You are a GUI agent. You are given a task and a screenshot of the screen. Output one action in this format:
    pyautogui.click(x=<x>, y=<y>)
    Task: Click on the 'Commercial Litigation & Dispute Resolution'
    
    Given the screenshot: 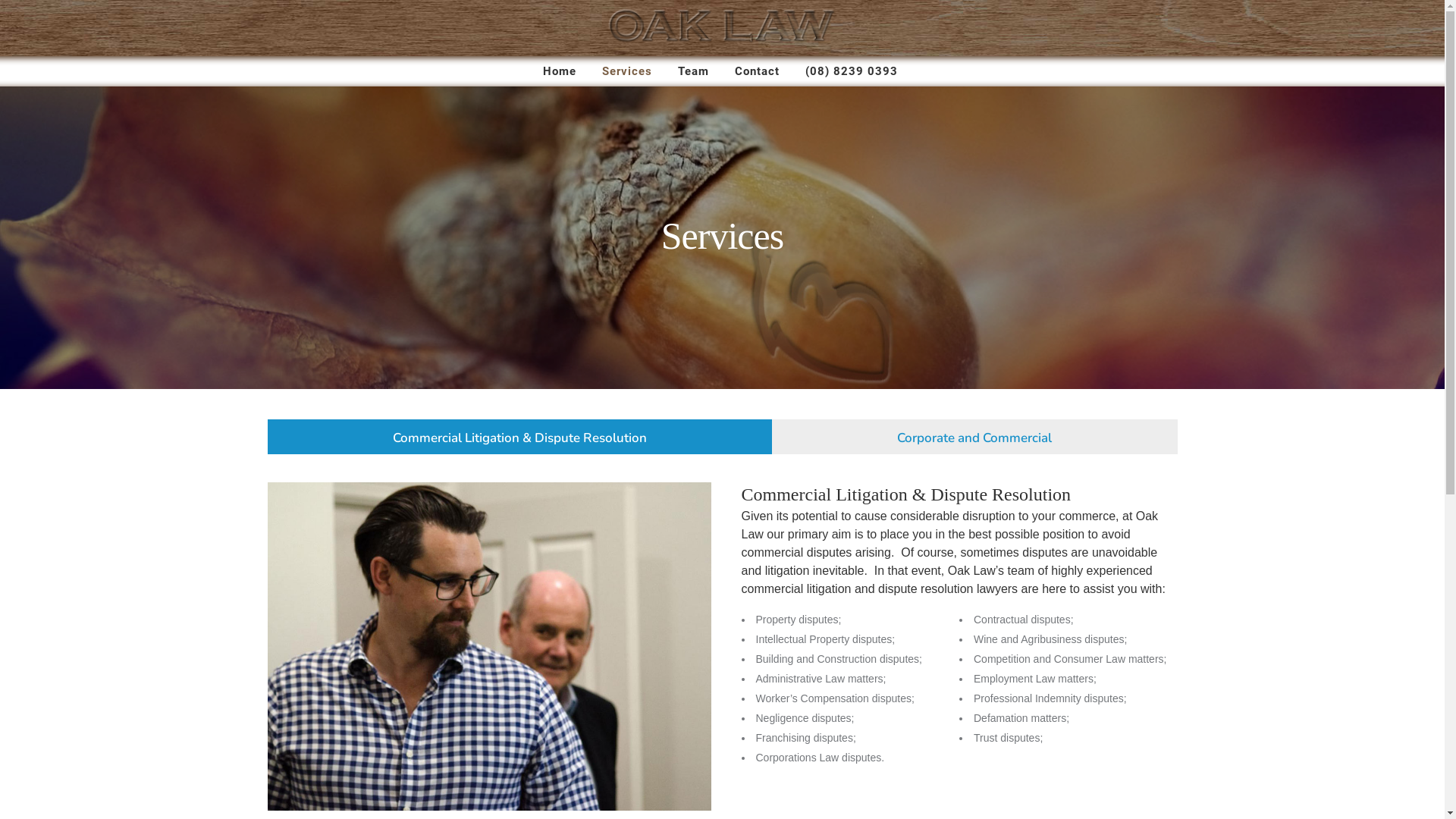 What is the action you would take?
    pyautogui.click(x=519, y=435)
    